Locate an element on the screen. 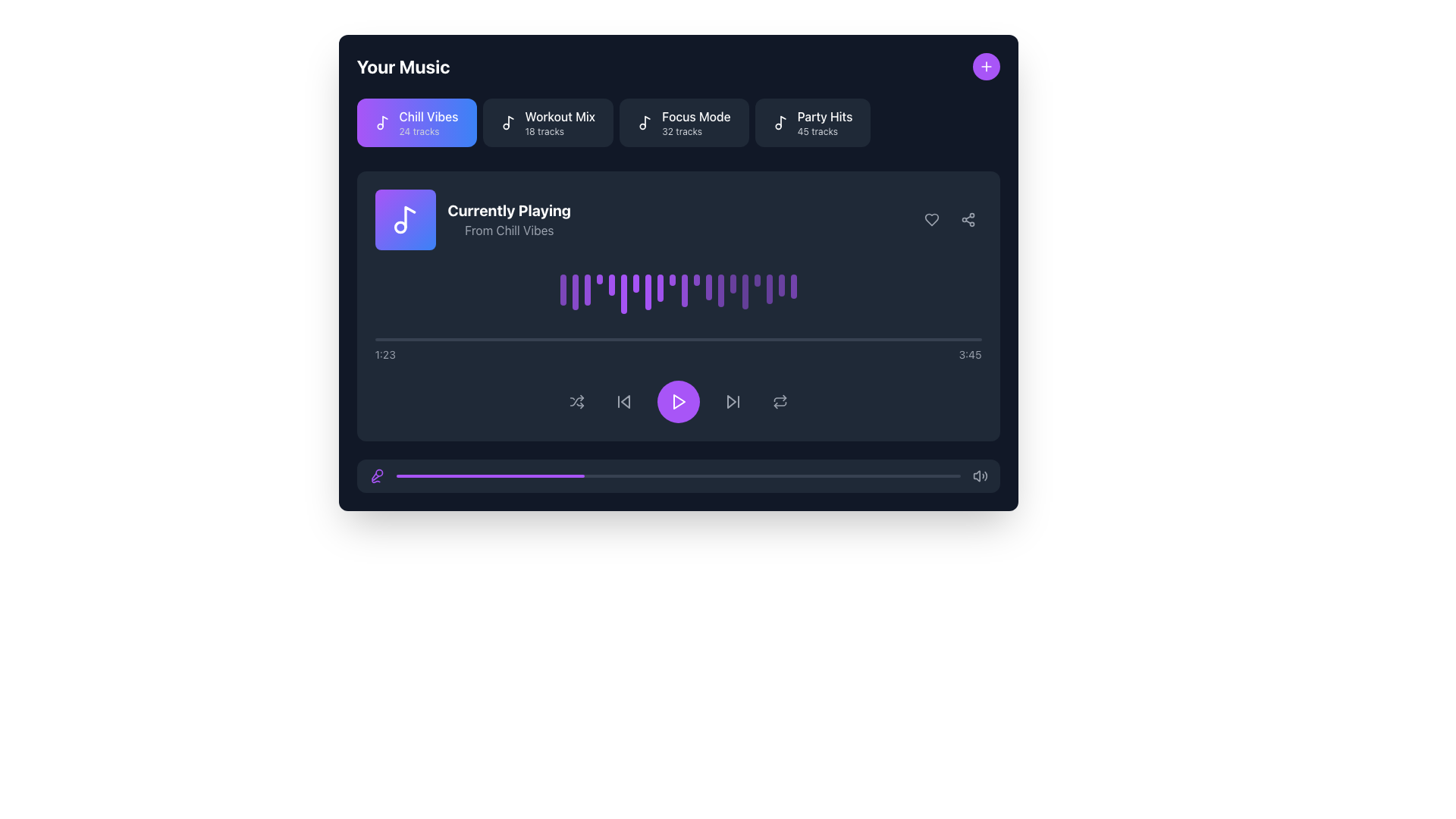 The image size is (1456, 819). playback time is located at coordinates (498, 339).